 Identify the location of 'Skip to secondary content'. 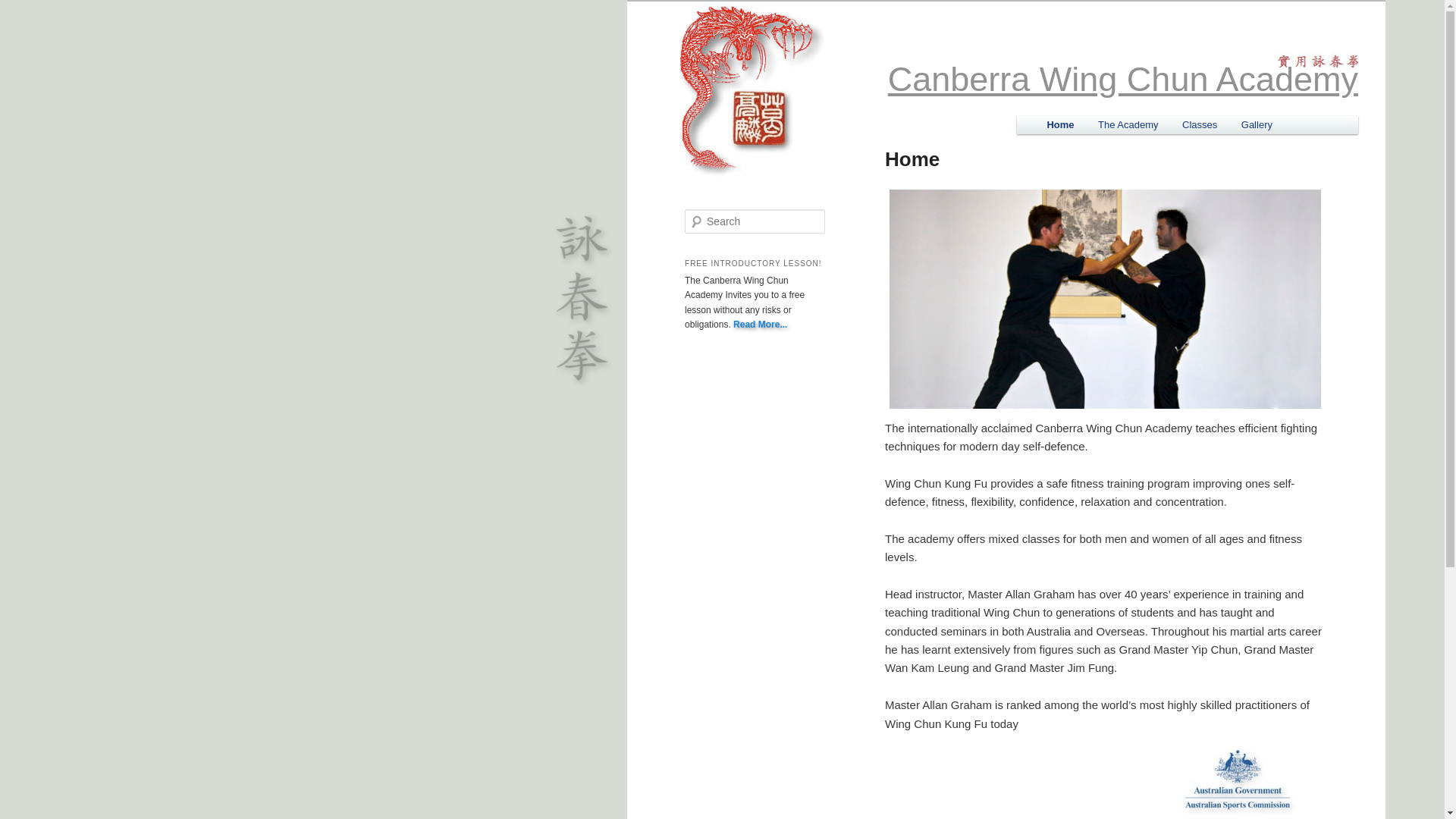
(1122, 125).